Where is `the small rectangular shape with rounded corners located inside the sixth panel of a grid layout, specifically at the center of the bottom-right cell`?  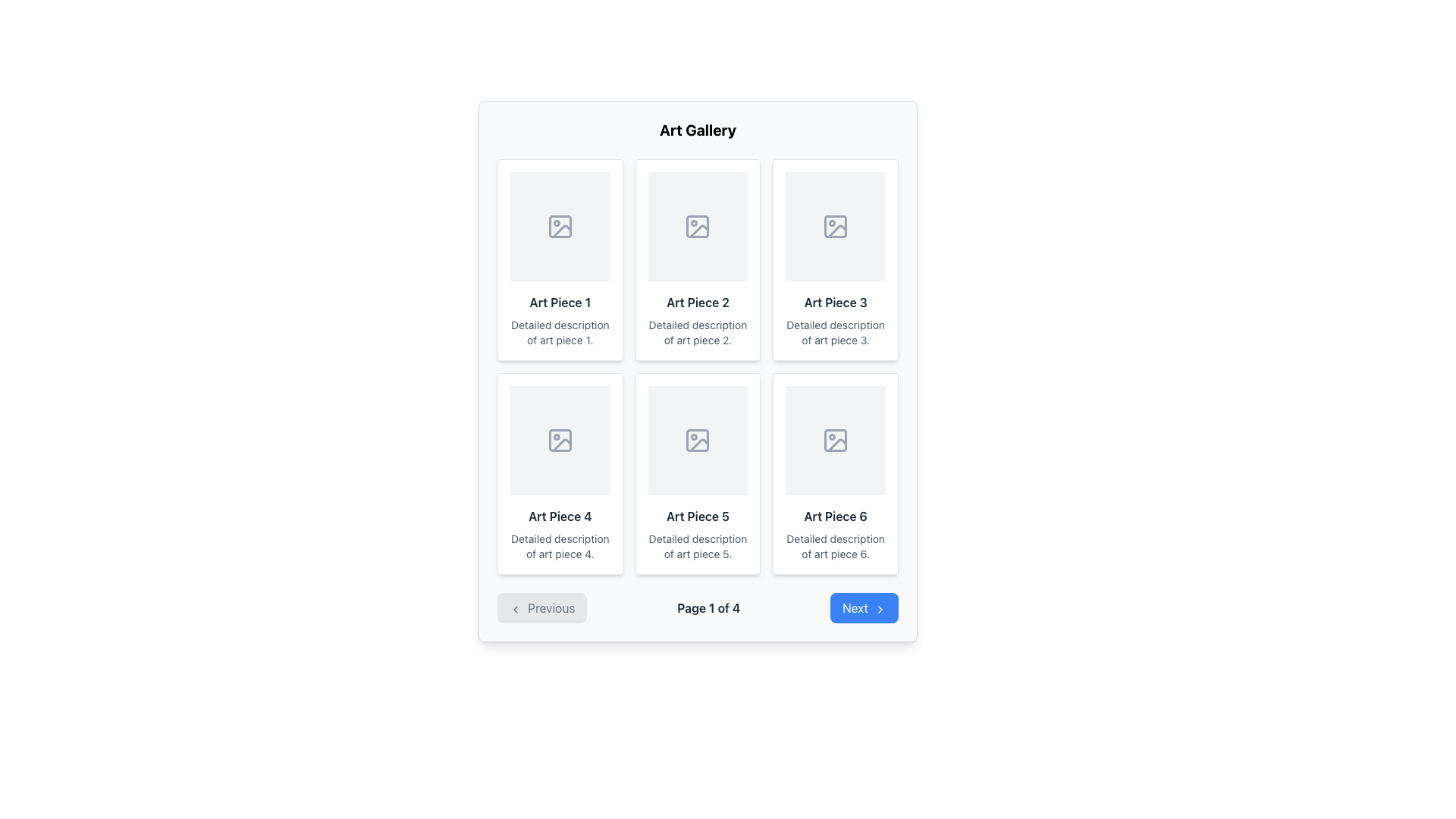 the small rectangular shape with rounded corners located inside the sixth panel of a grid layout, specifically at the center of the bottom-right cell is located at coordinates (835, 441).